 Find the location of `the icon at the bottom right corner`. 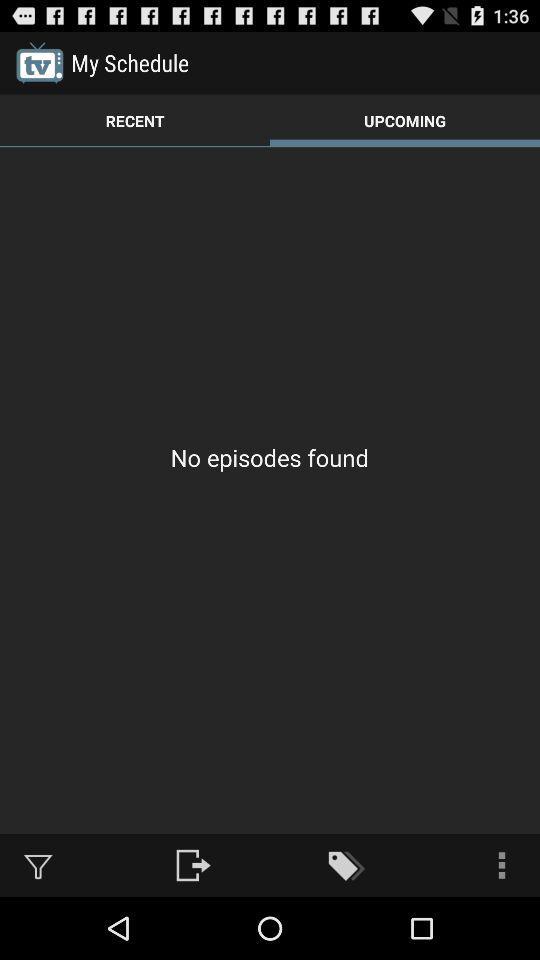

the icon at the bottom right corner is located at coordinates (500, 864).